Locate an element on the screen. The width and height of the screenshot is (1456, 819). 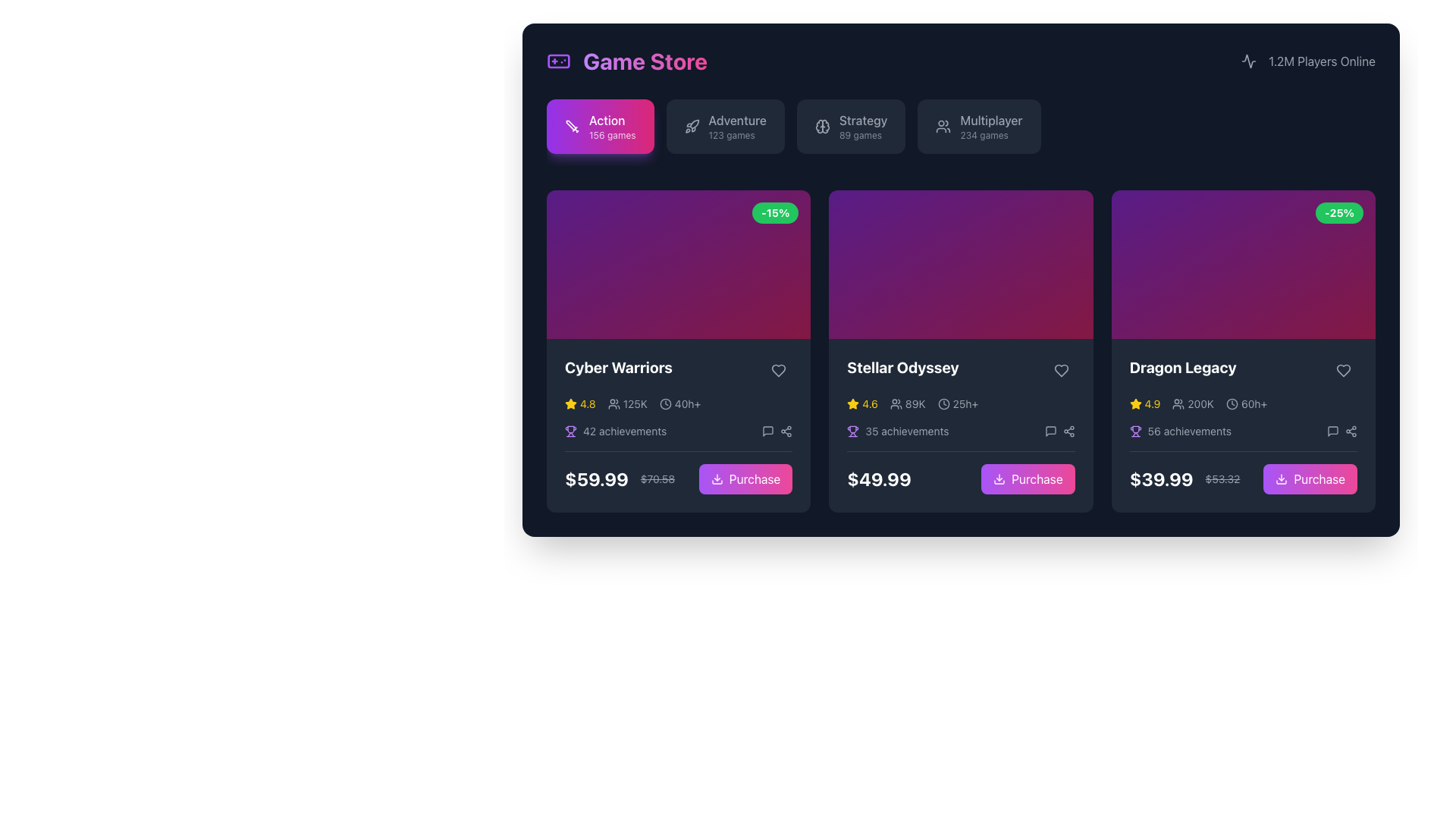
estimated time duration of '40 hours or more' from the label with icon located in the lower section of the 'Cyber Warriors' card, positioned to the right of the '125K' label and directly above the '42 achievements' text is located at coordinates (679, 403).